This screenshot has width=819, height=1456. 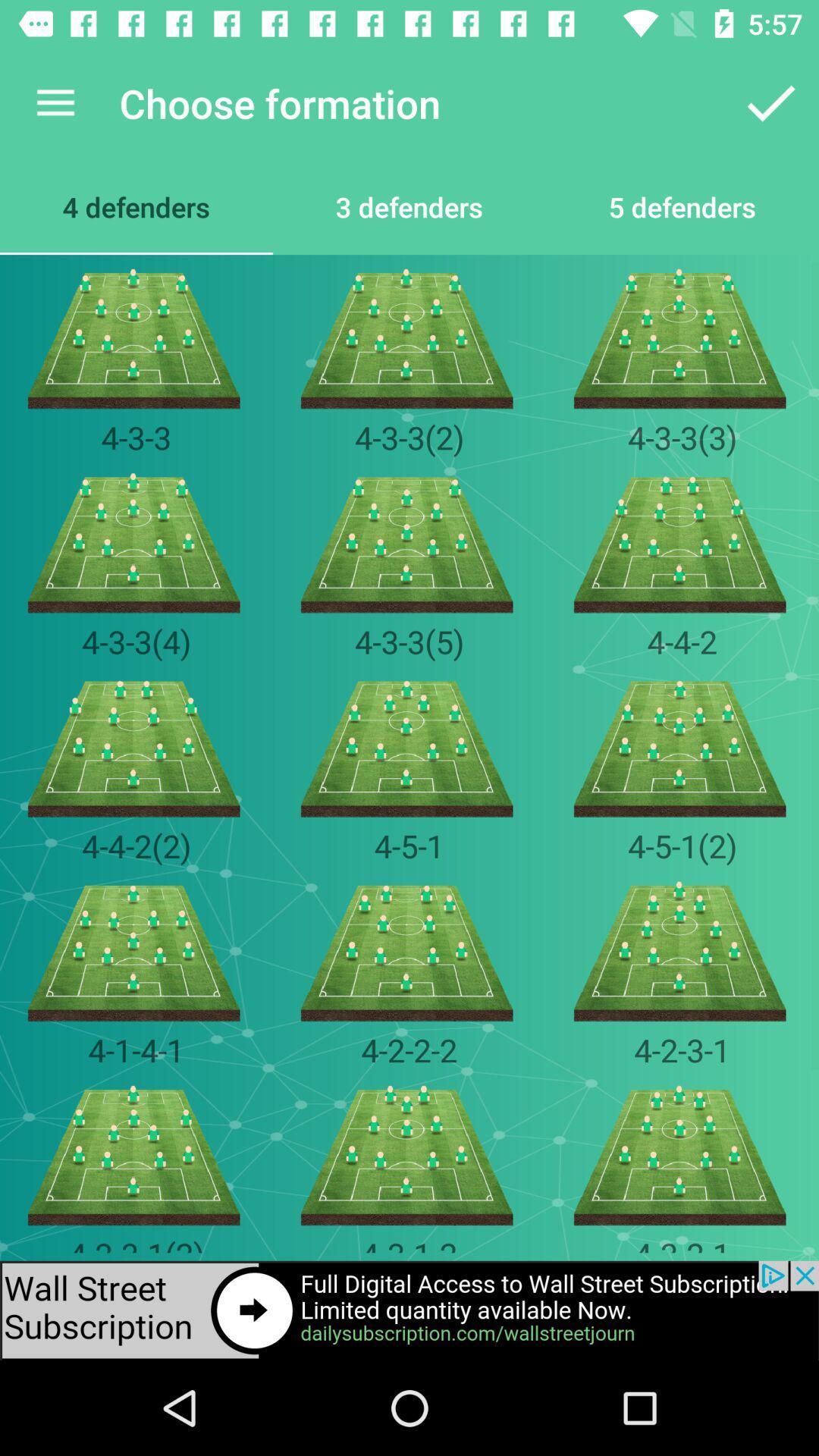 What do you see at coordinates (409, 1155) in the screenshot?
I see `the image which is below the 4222` at bounding box center [409, 1155].